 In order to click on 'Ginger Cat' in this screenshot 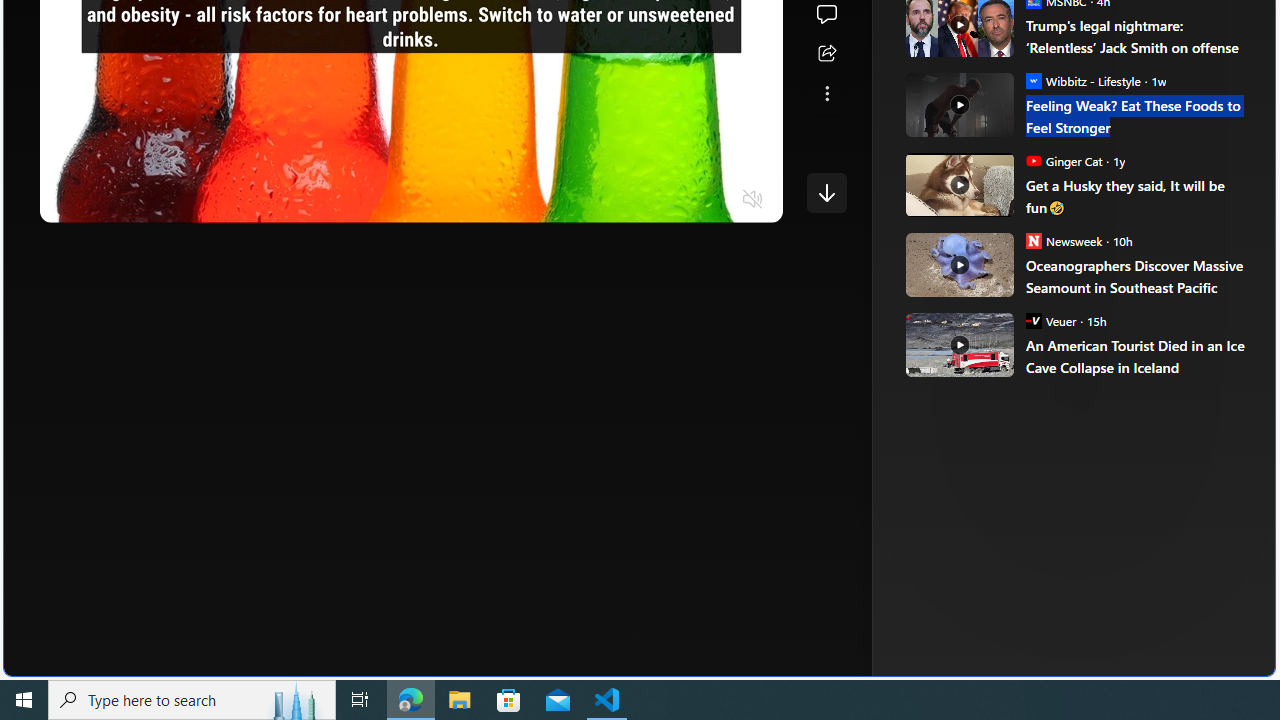, I will do `click(1033, 159)`.